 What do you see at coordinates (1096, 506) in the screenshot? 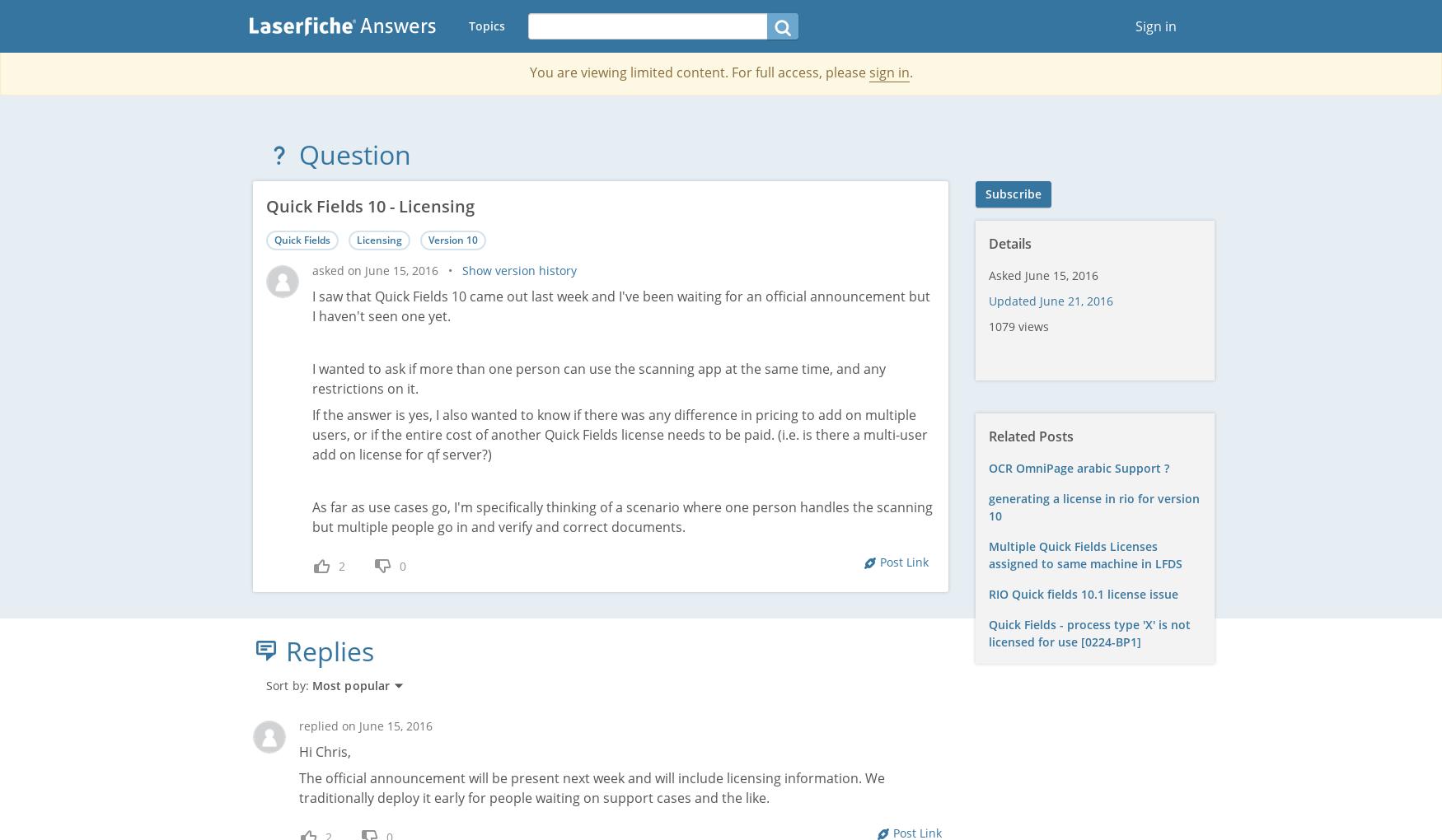
I see `'generating a license in rio for version 10'` at bounding box center [1096, 506].